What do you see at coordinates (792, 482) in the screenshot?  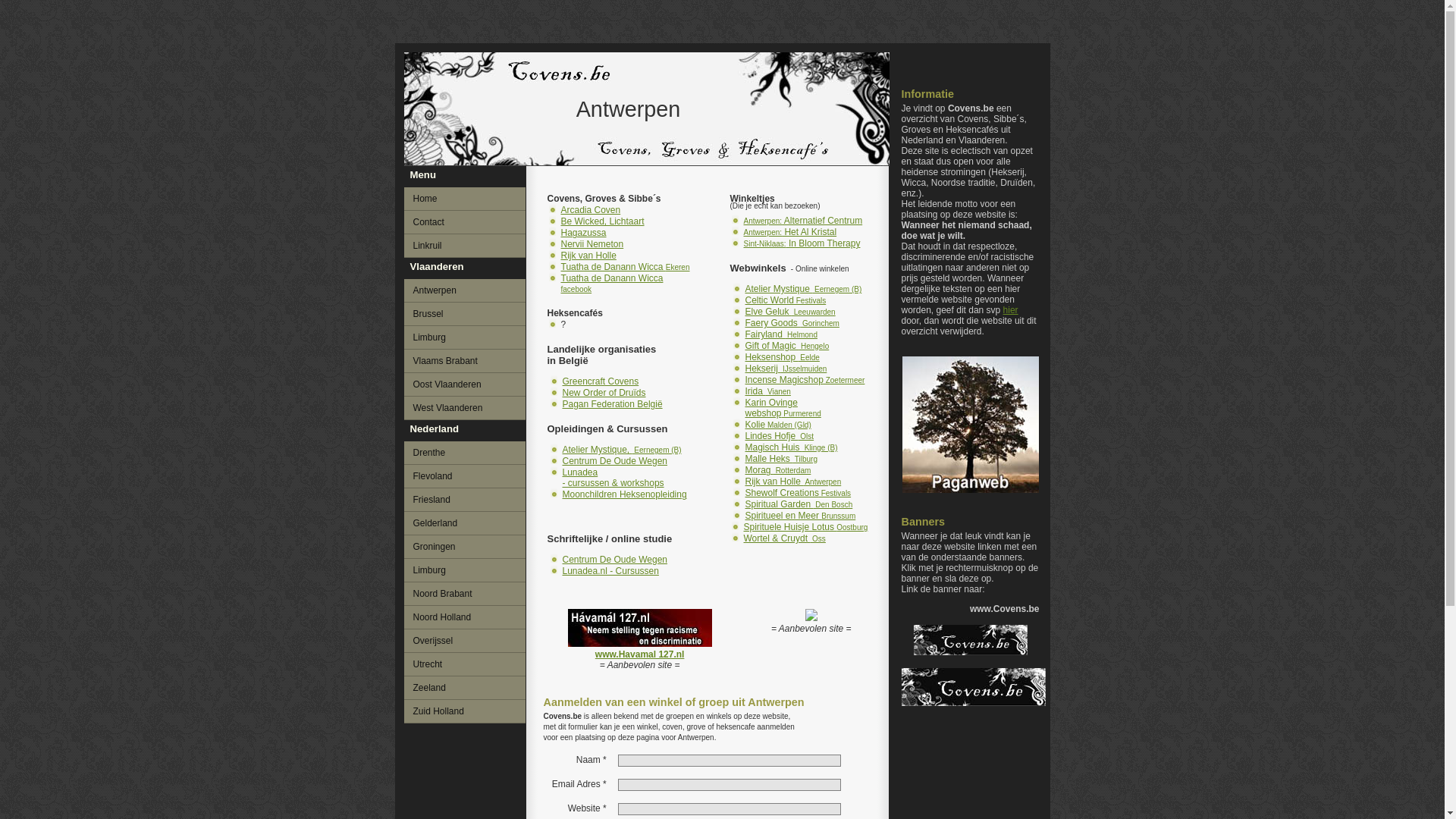 I see `'Rijk van Holle  Antwerpen'` at bounding box center [792, 482].